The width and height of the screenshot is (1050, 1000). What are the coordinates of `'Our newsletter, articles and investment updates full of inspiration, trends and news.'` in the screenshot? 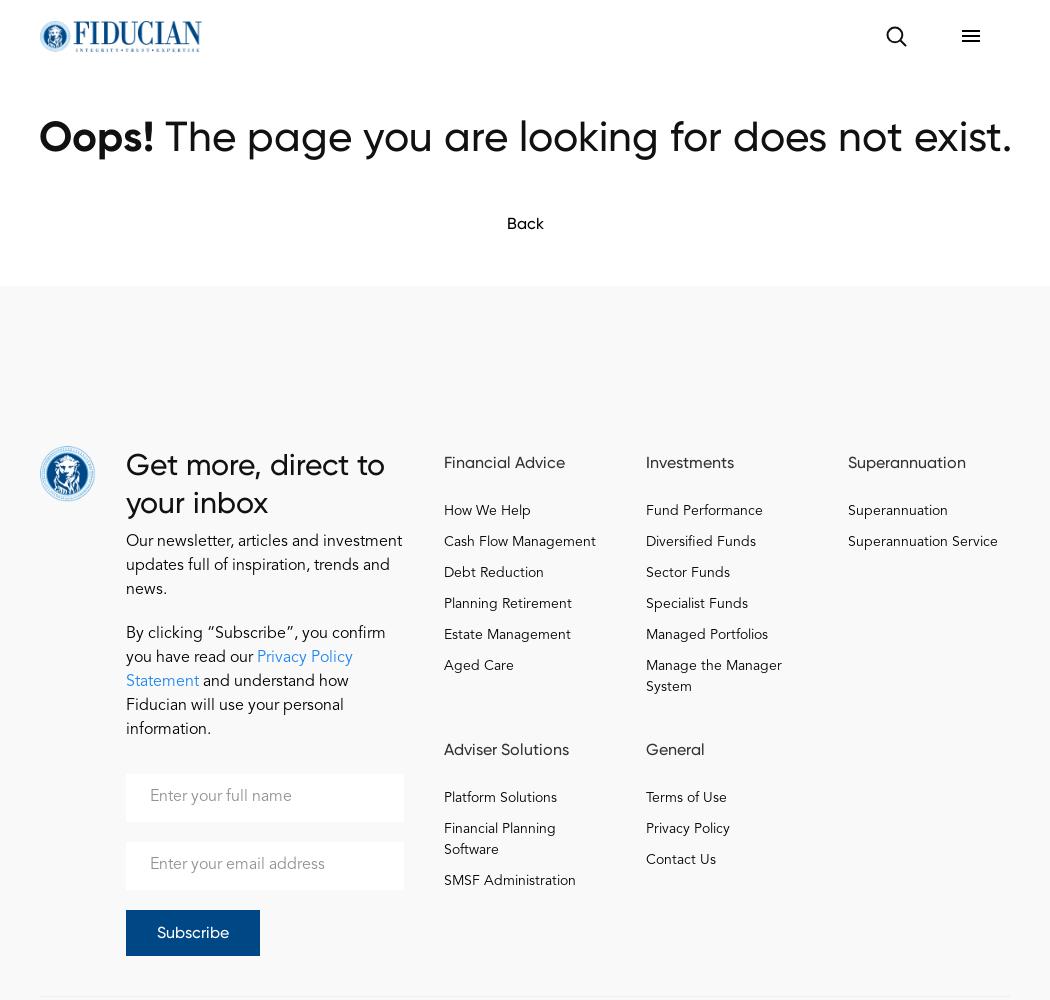 It's located at (262, 564).